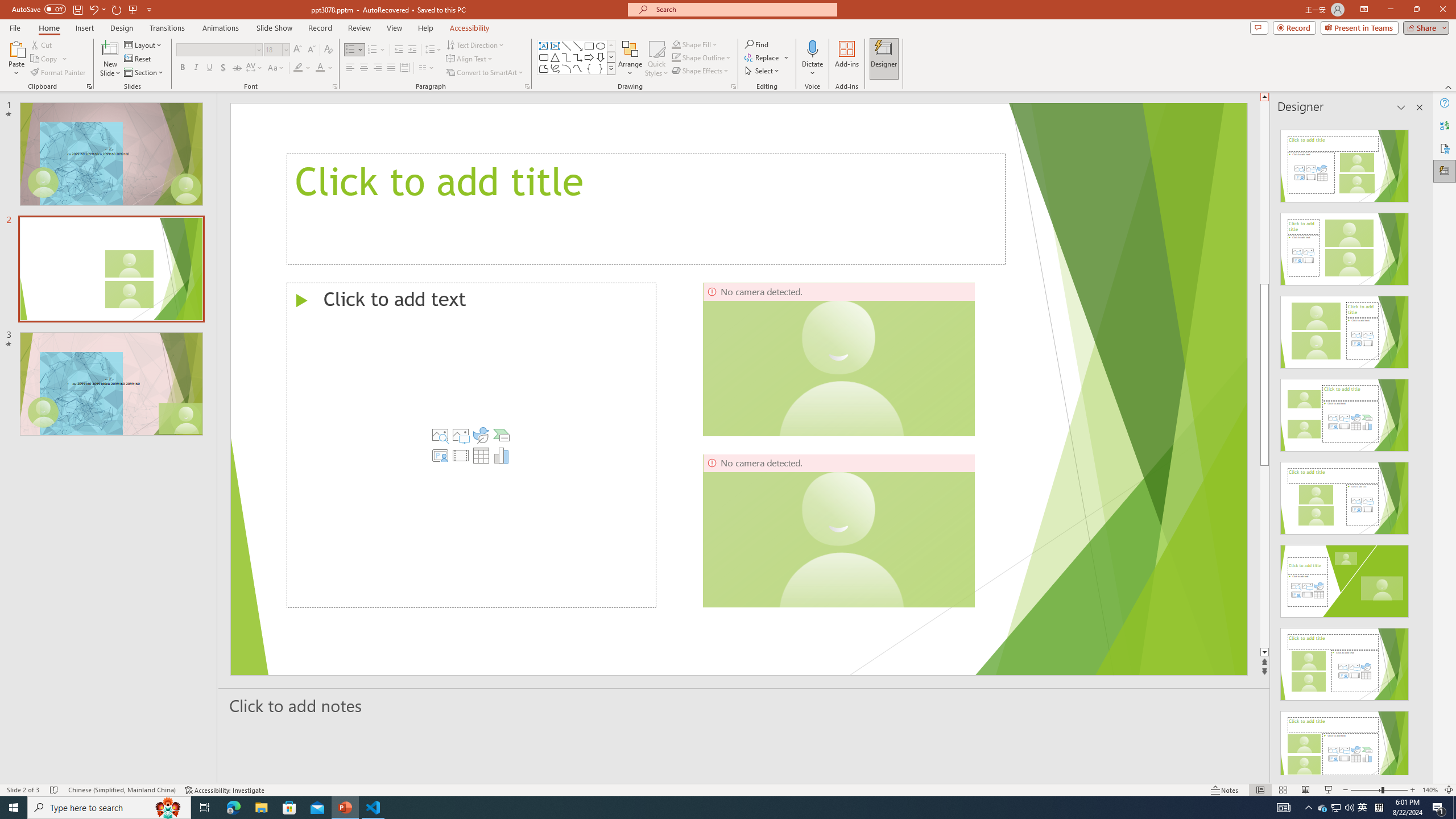  I want to click on 'Oval', so click(600, 45).